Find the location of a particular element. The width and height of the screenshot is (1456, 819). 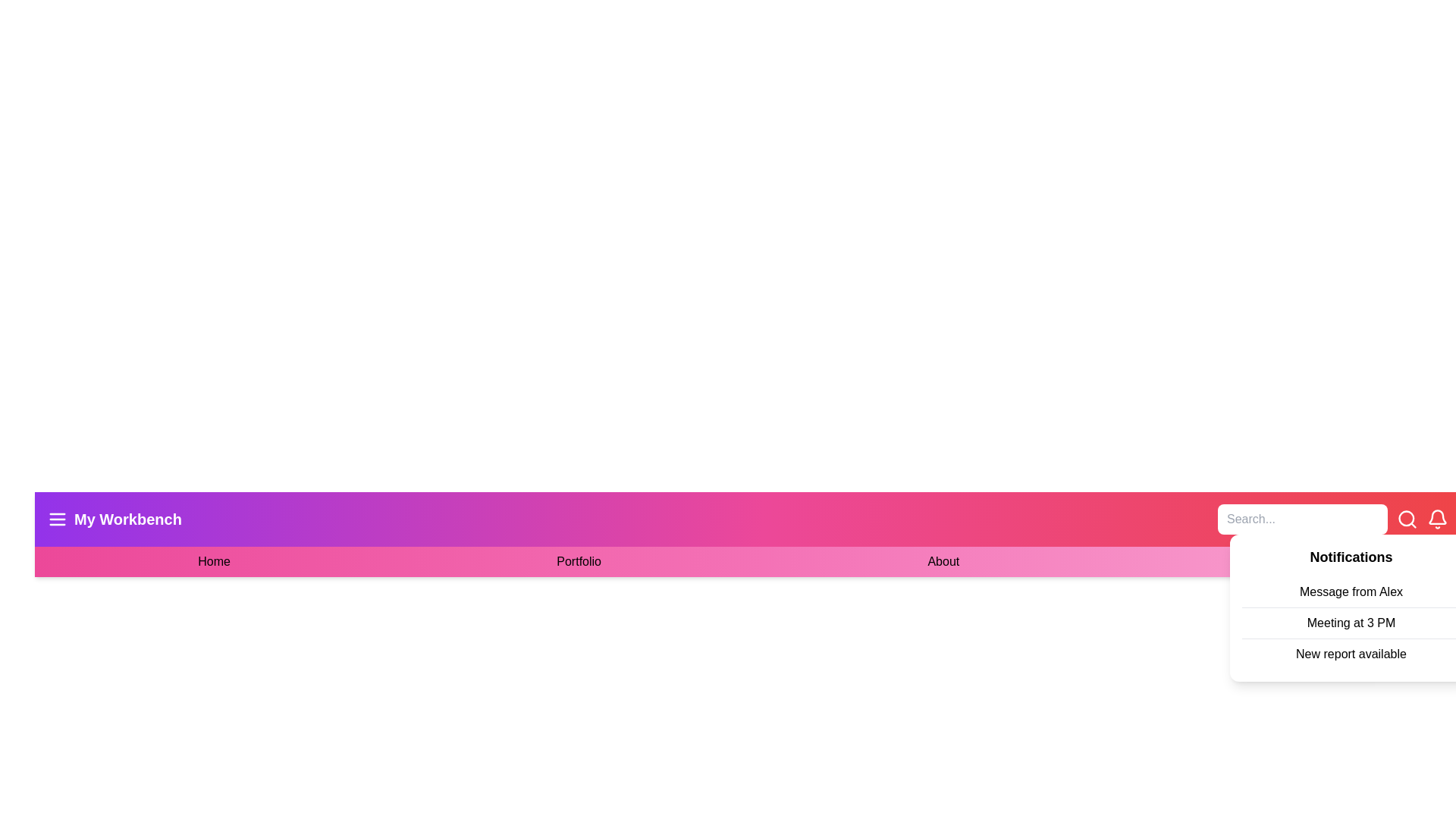

on the clickable notification icon located on the right of the search bar in the navigation bar is located at coordinates (1437, 519).